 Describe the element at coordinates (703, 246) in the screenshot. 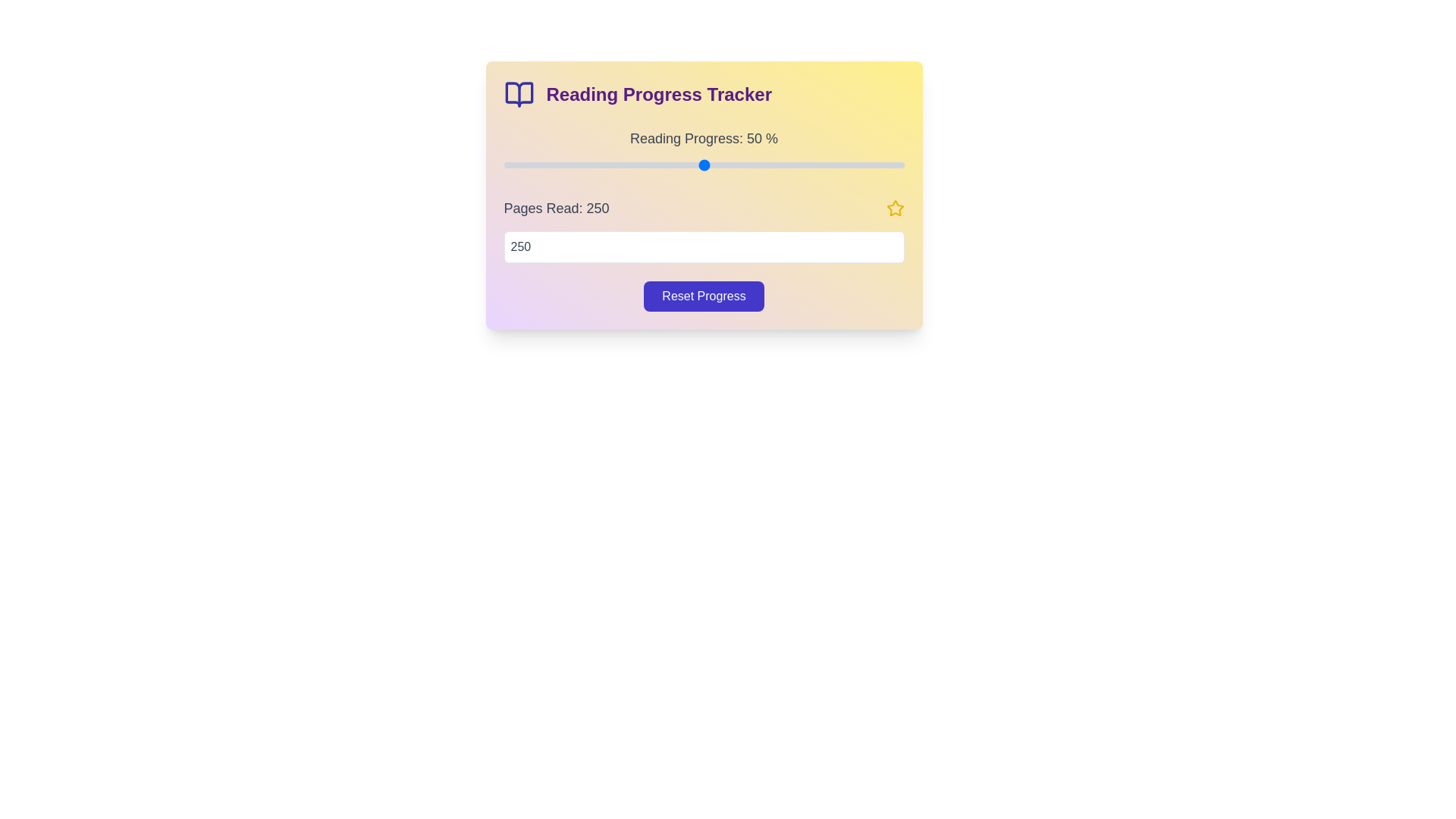

I see `the number of pages read to 23 using the input field` at that location.